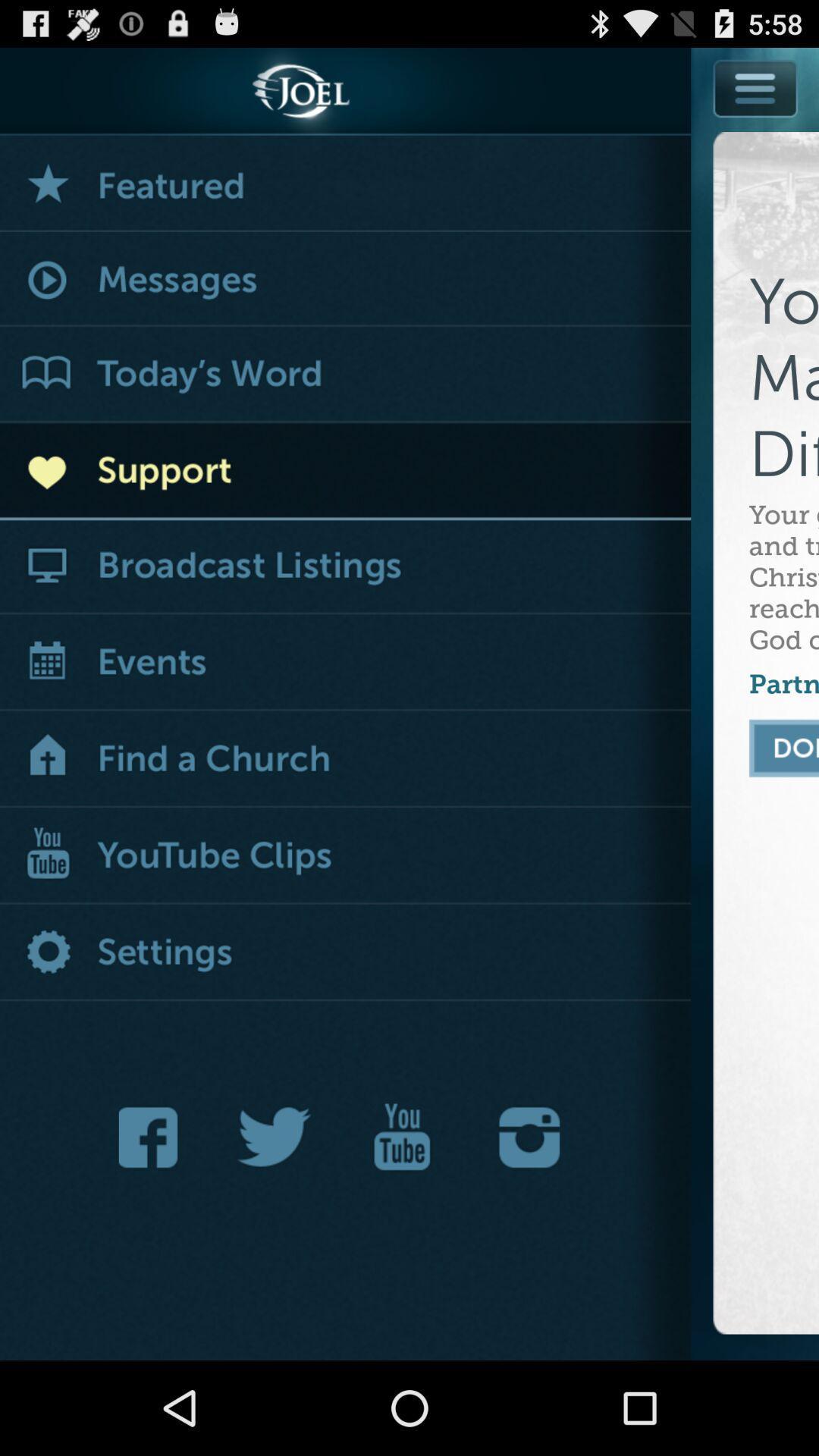 The image size is (819, 1456). I want to click on the twitter icon, so click(275, 1217).